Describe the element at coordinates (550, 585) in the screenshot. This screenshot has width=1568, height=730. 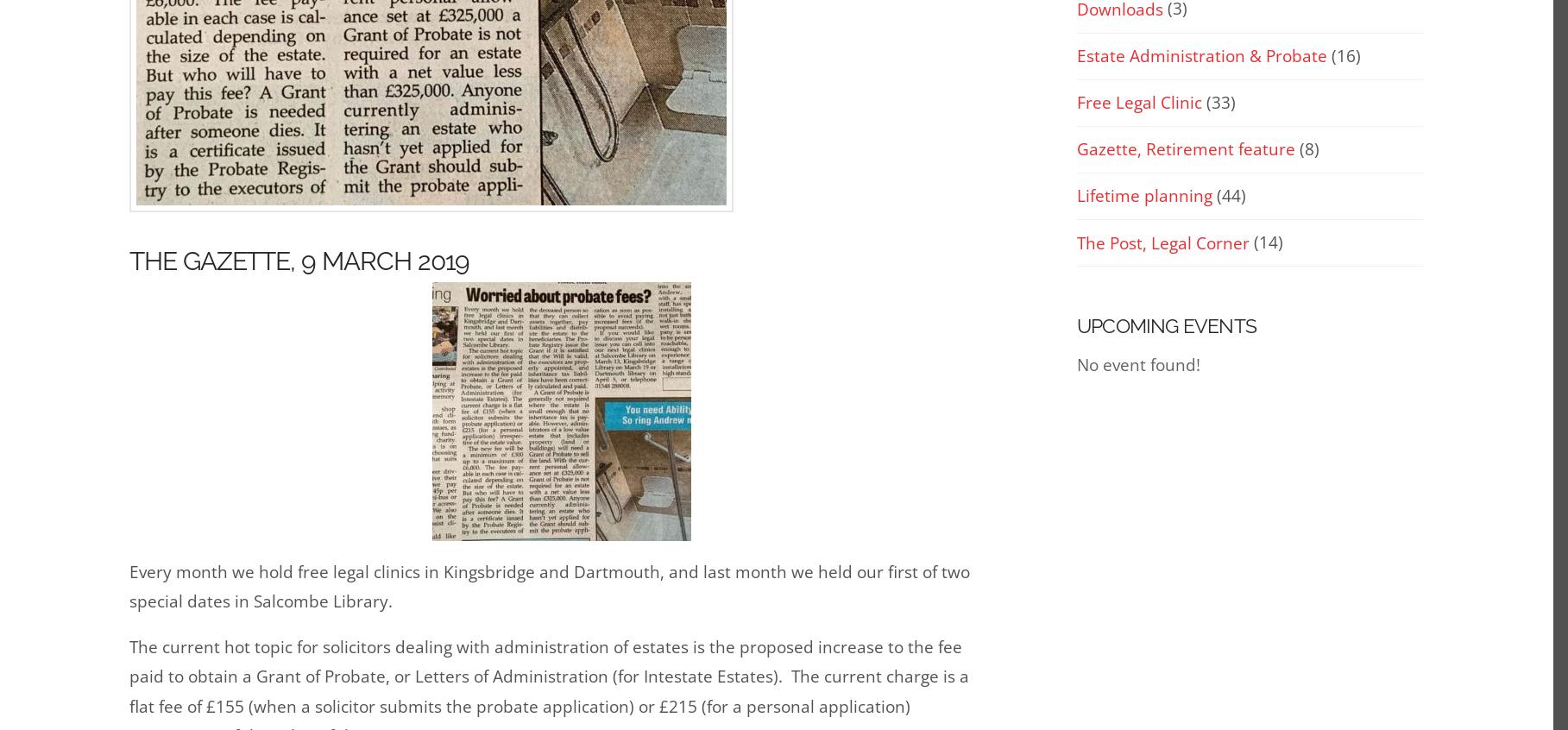
I see `'Every
month we hold free legal clinics in Kingsbridge and Dartmouth, and last month
we held our first of two special dates in Salcombe Library.'` at that location.